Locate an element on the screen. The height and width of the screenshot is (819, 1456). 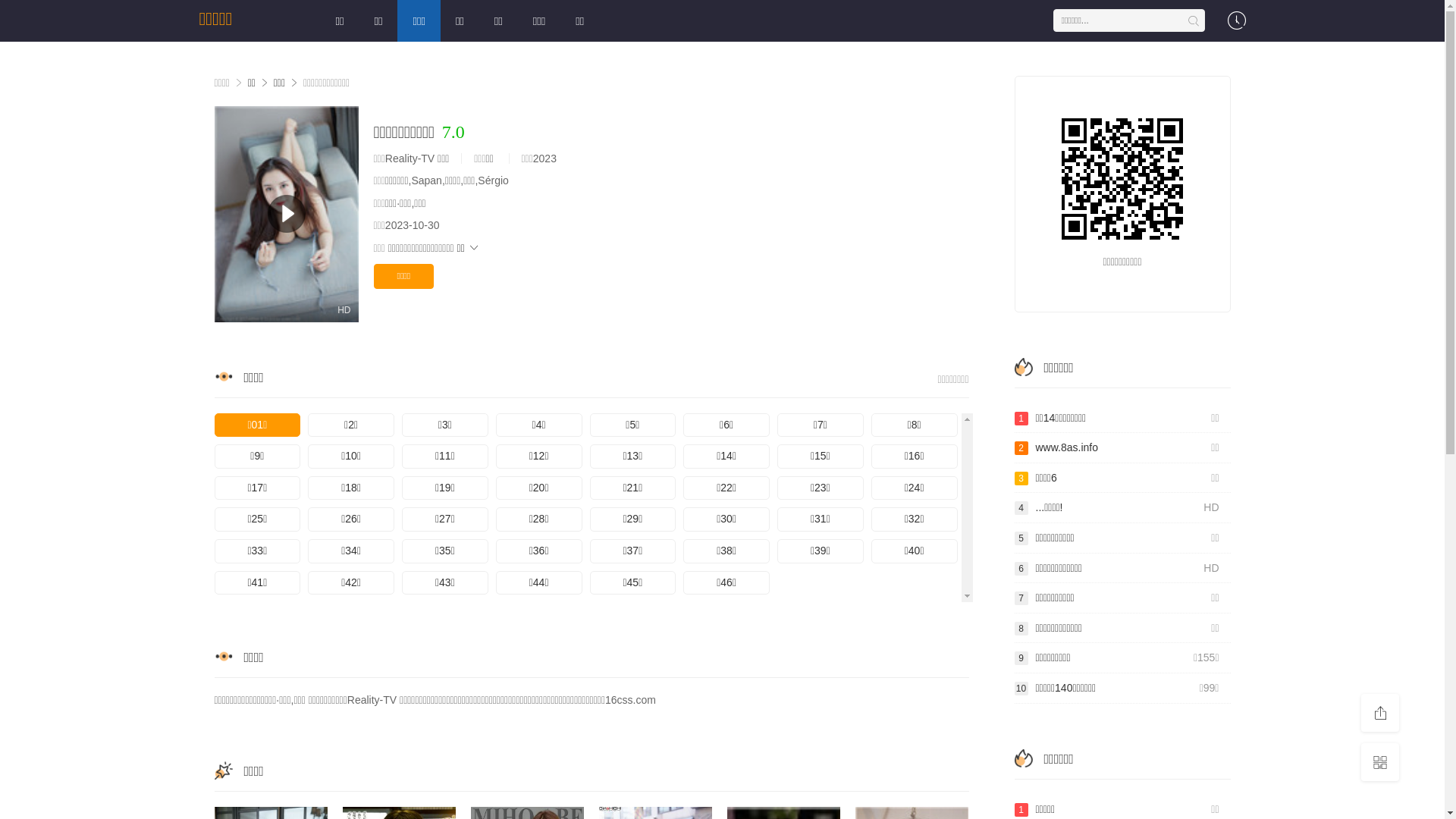
'HD' is located at coordinates (286, 214).